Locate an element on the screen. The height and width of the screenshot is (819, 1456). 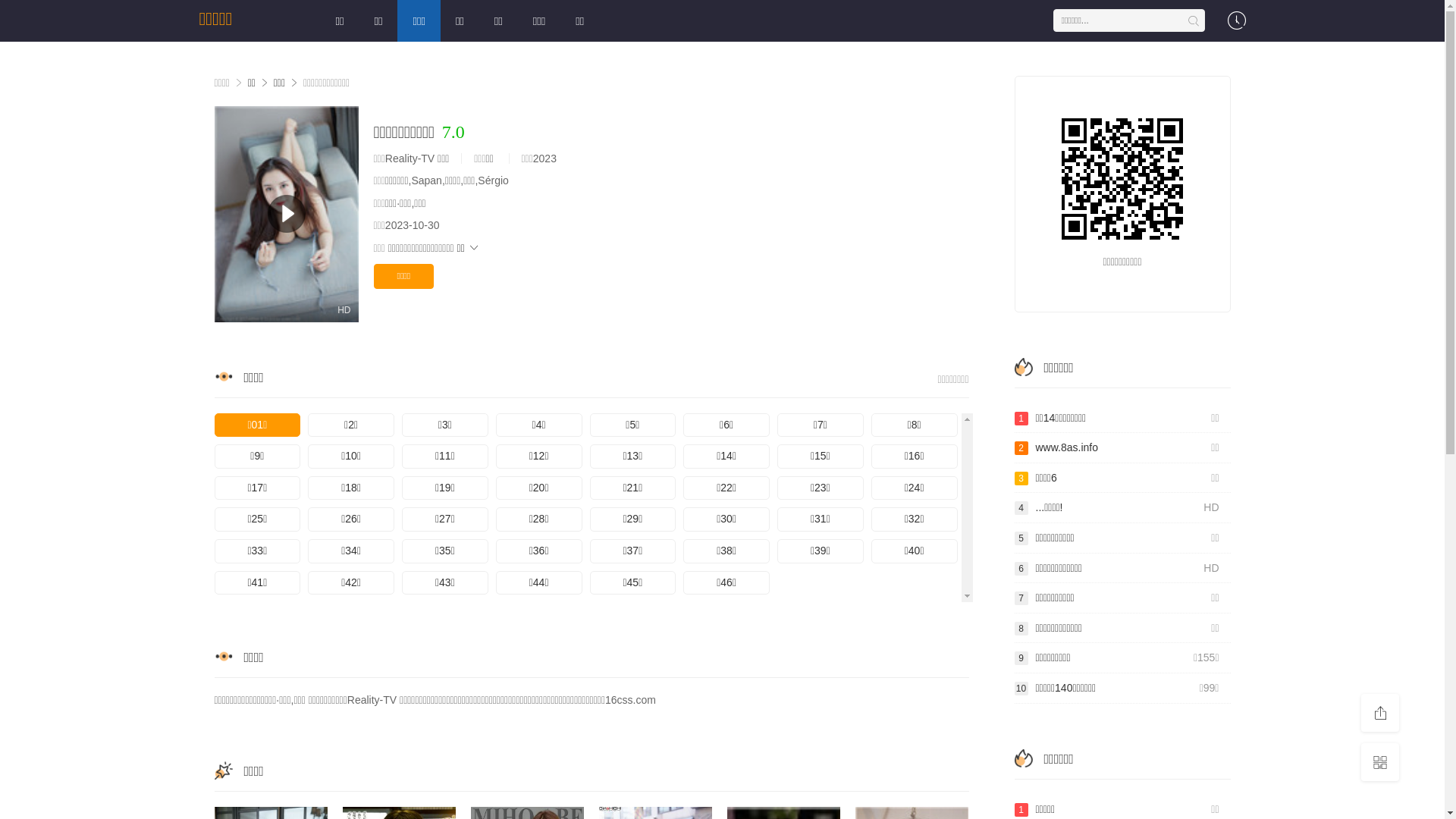
'HD' is located at coordinates (286, 214).